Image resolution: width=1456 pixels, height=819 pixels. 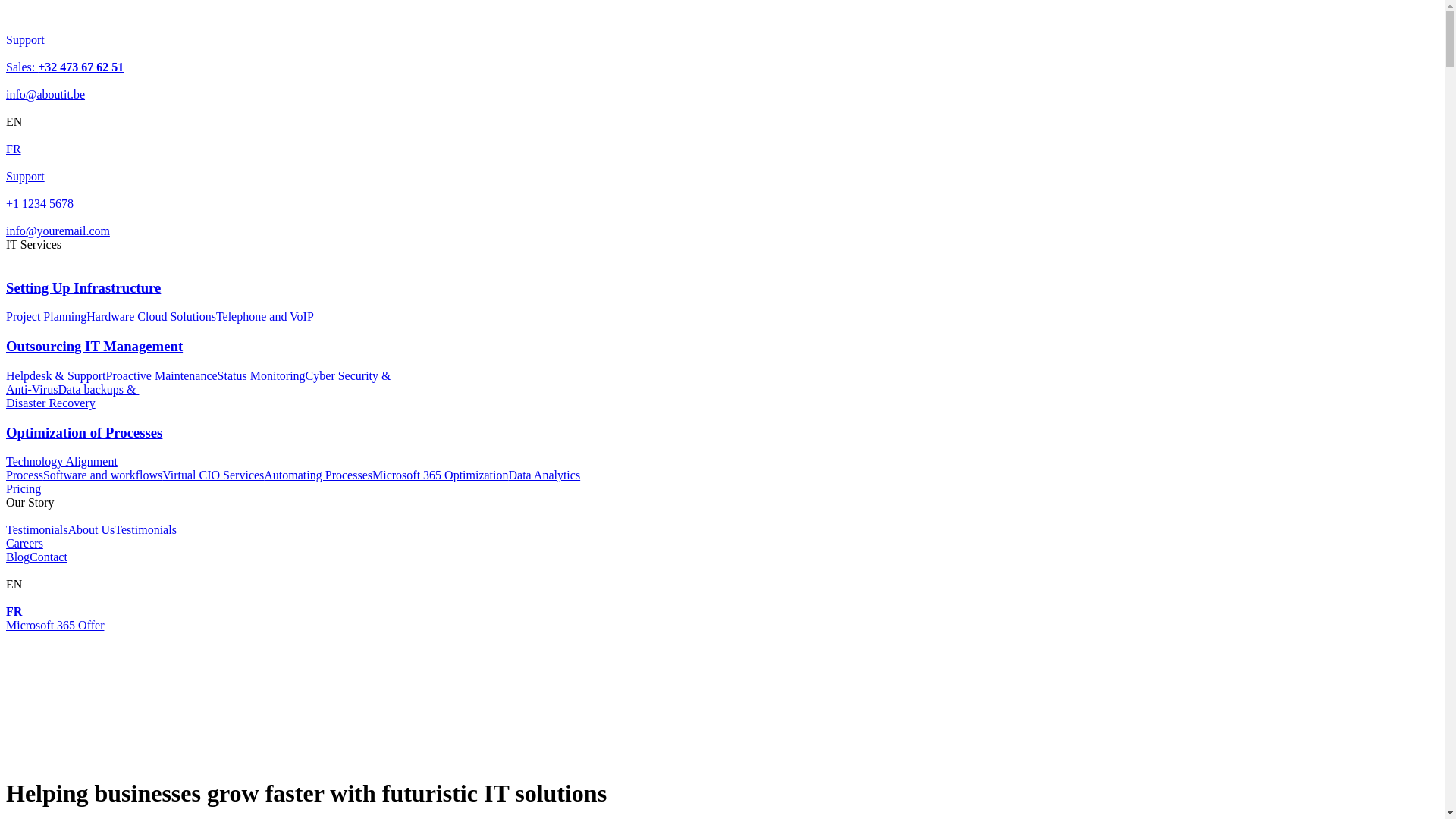 I want to click on 'Status Monitoring', so click(x=262, y=375).